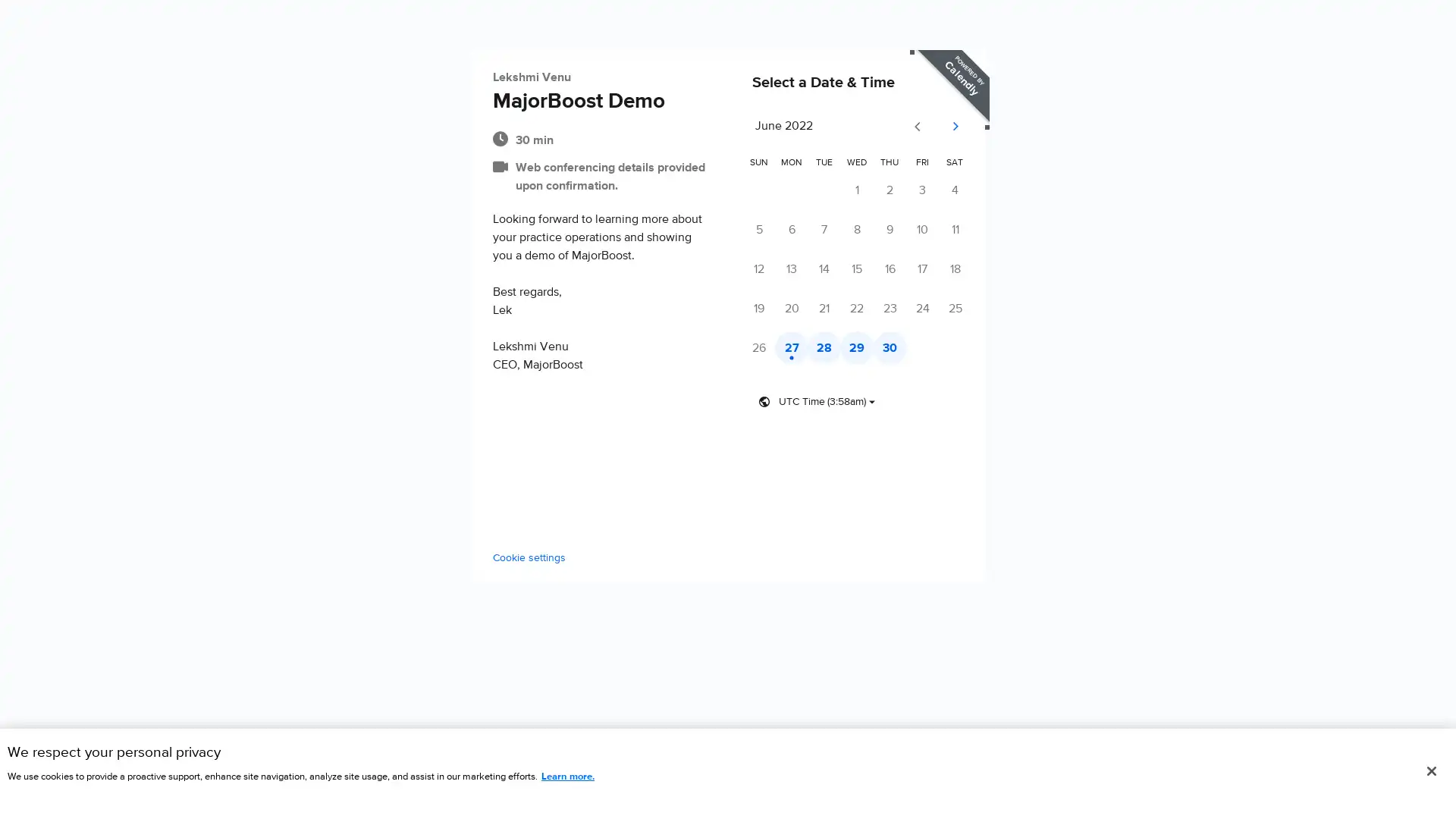  What do you see at coordinates (800, 231) in the screenshot?
I see `Monday, June 6 - No times available` at bounding box center [800, 231].